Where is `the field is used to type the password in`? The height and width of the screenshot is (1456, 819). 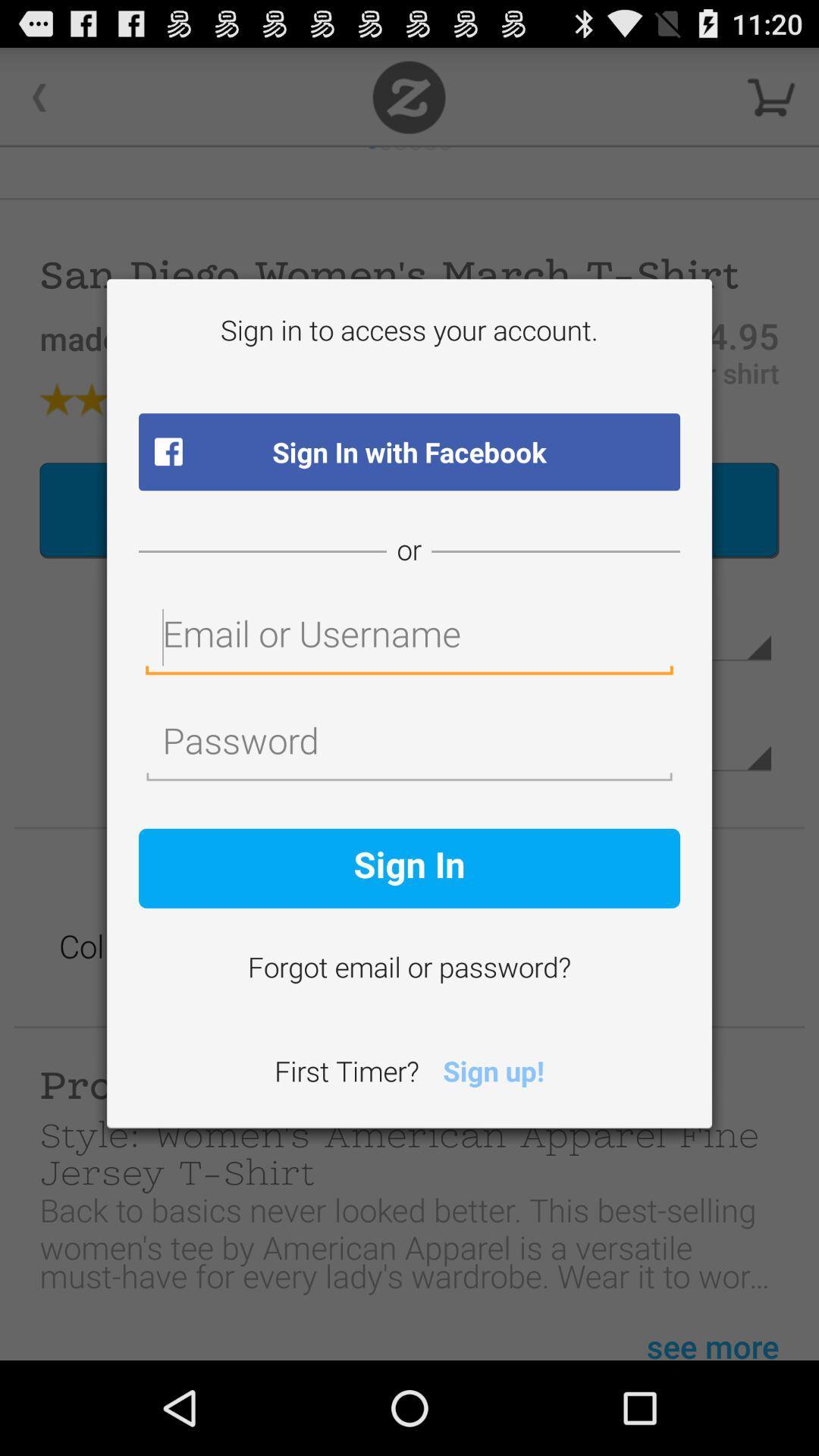 the field is used to type the password in is located at coordinates (409, 745).